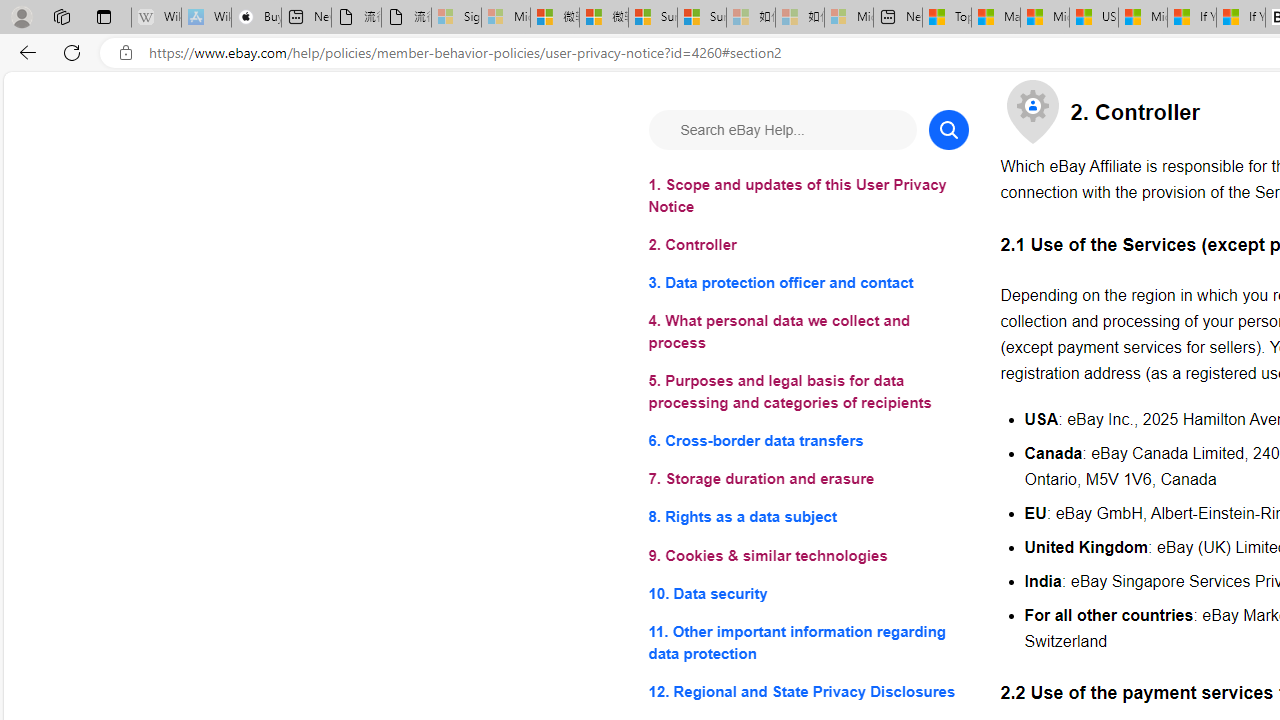 This screenshot has height=720, width=1280. What do you see at coordinates (808, 555) in the screenshot?
I see `'9. Cookies & similar technologies'` at bounding box center [808, 555].